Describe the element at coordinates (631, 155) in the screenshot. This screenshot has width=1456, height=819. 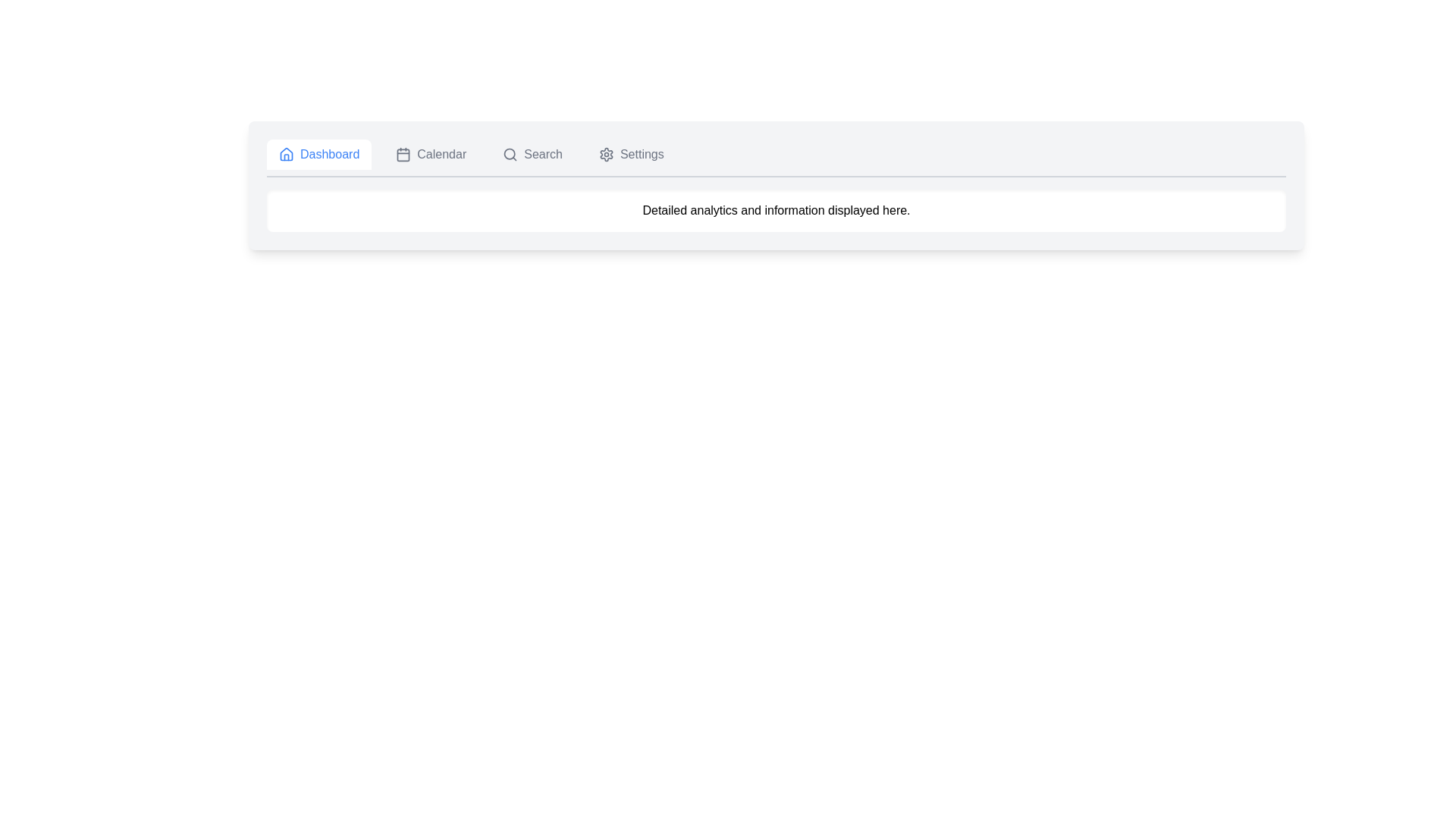
I see `the settings navigation button located` at that location.